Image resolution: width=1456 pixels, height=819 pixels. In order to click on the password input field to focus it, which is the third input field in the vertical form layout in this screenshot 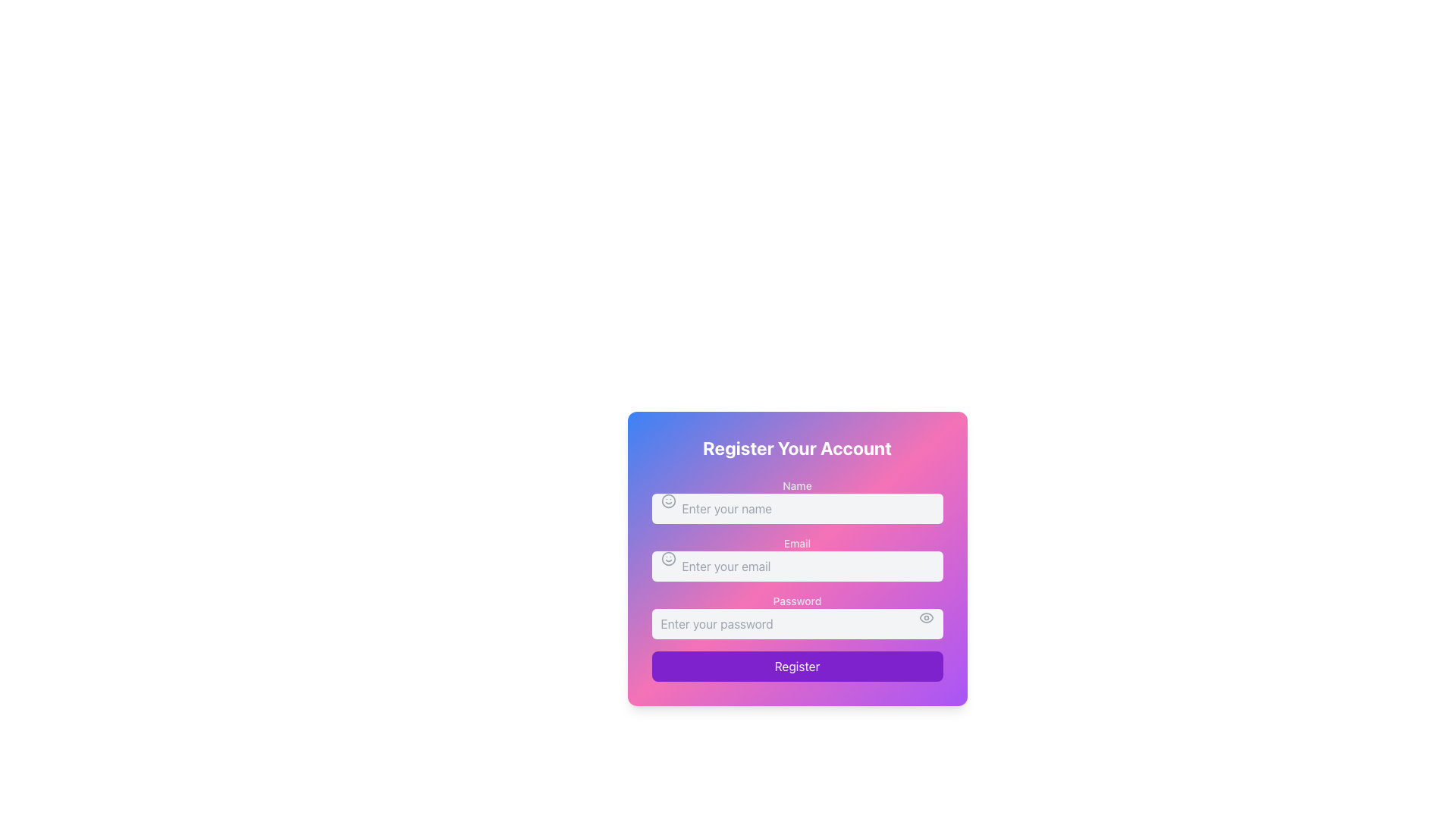, I will do `click(796, 617)`.